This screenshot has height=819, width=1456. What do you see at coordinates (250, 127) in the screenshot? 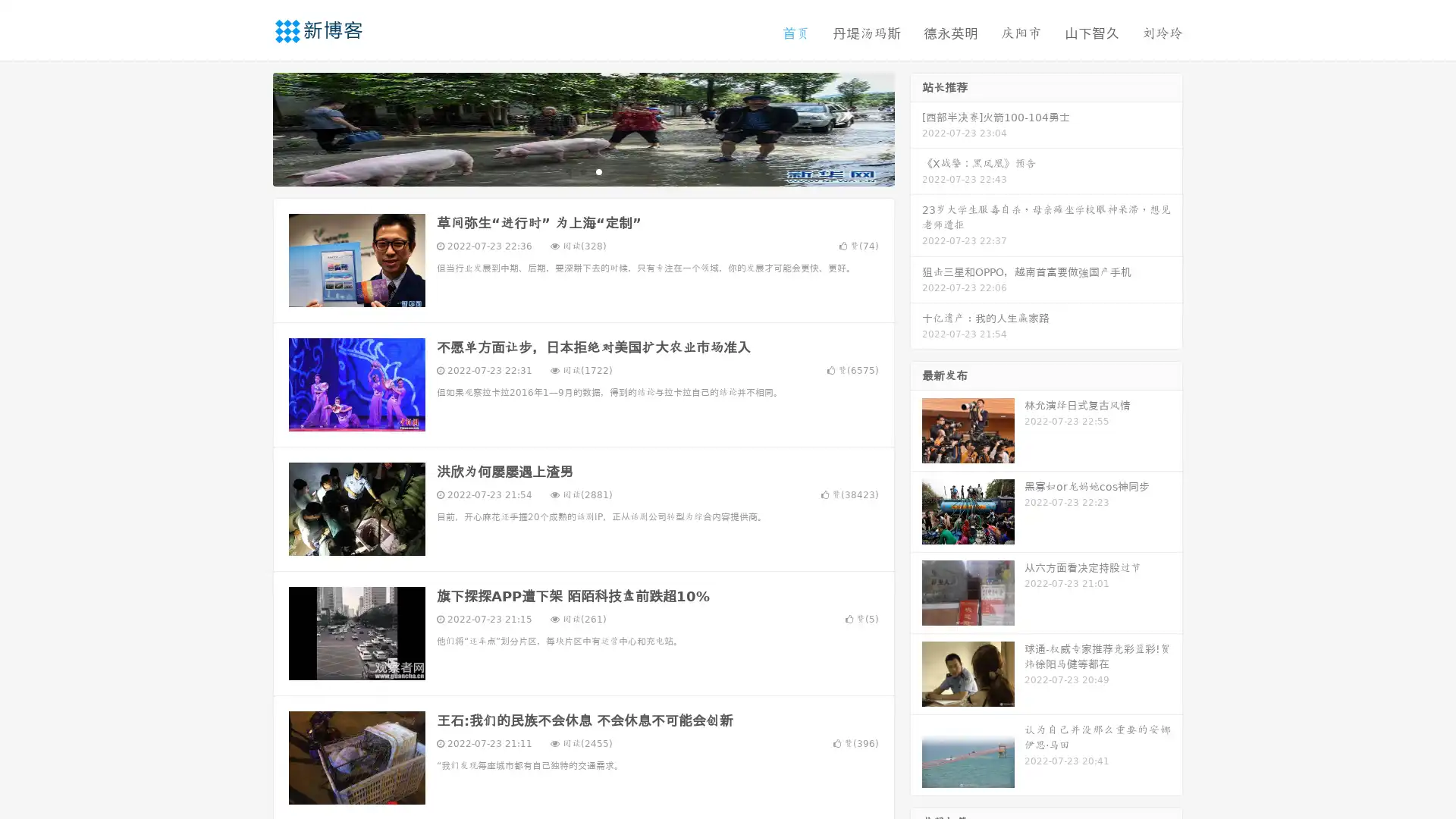
I see `Previous slide` at bounding box center [250, 127].